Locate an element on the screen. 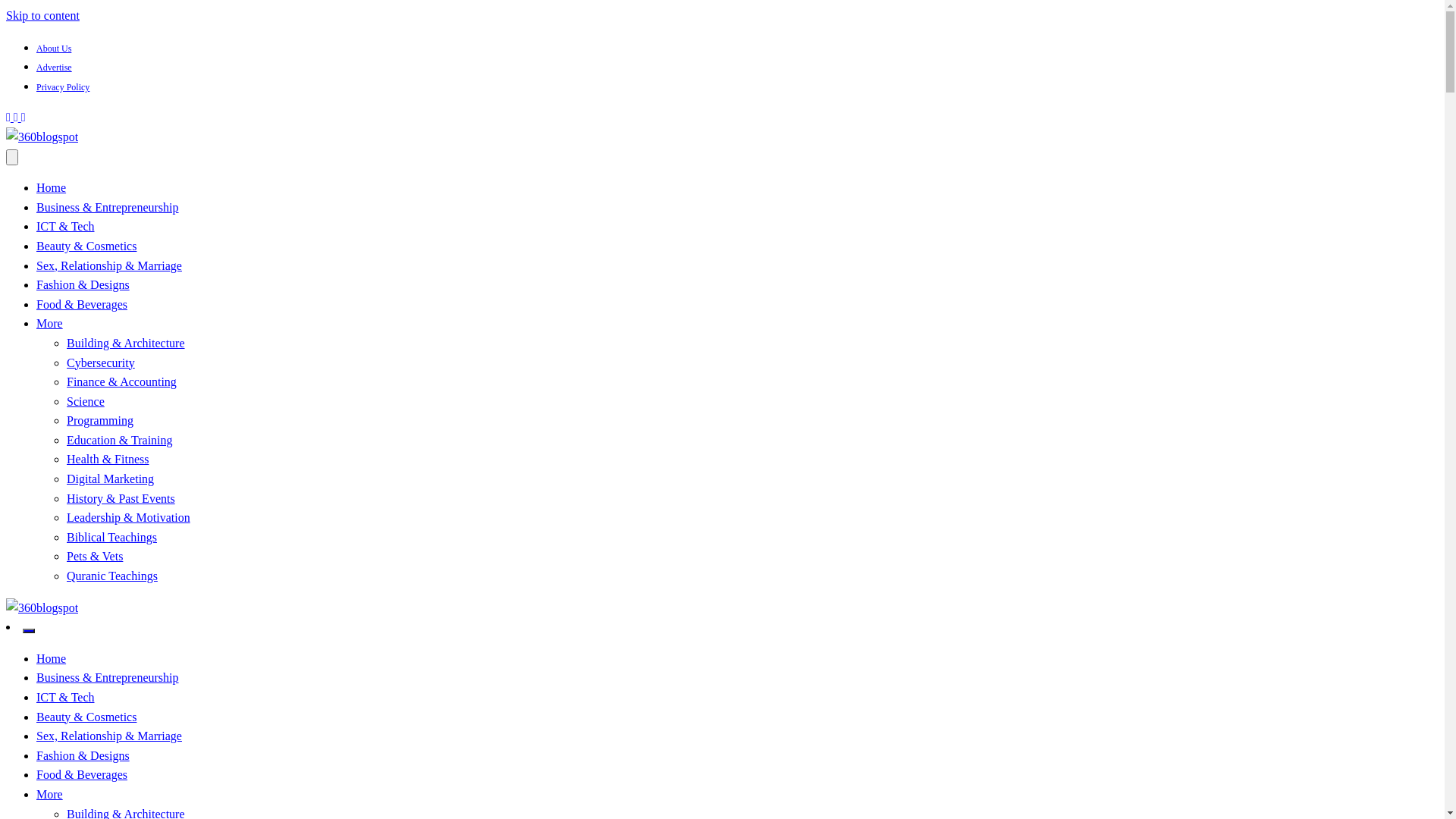  'Skip to content' is located at coordinates (42, 15).